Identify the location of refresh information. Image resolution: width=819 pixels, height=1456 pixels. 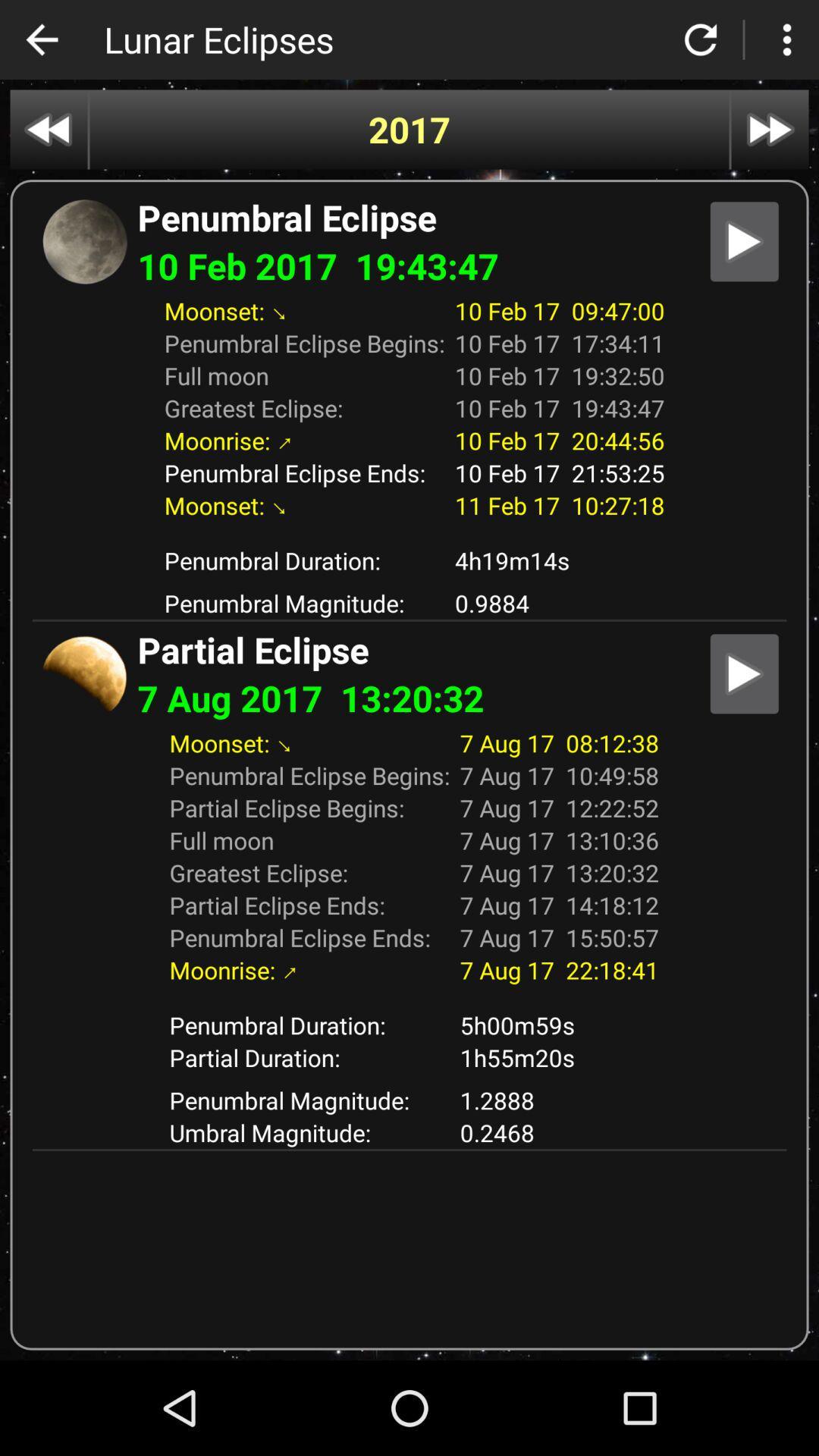
(701, 39).